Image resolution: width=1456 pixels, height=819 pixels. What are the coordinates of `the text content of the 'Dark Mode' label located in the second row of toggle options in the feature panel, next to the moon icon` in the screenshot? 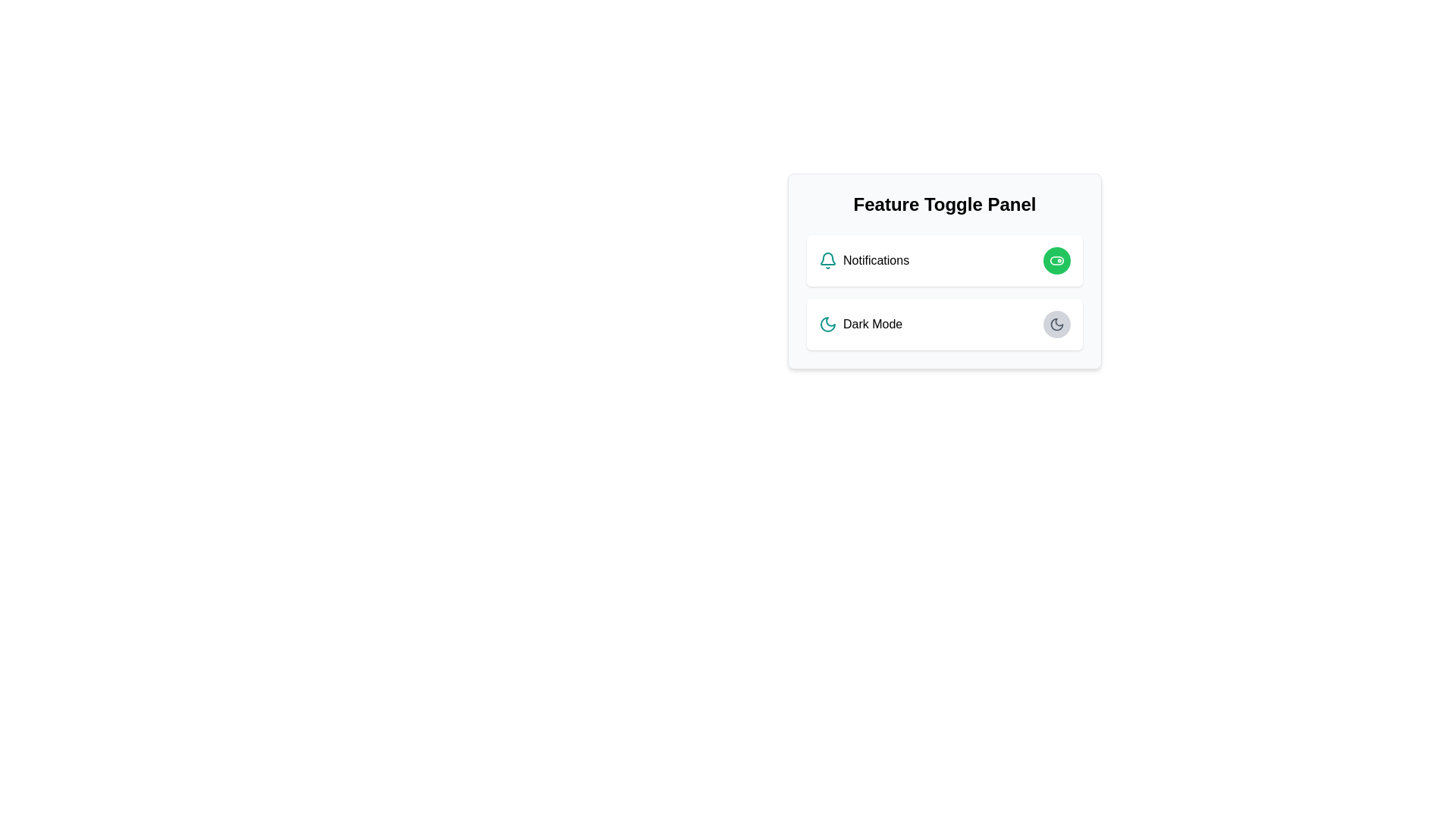 It's located at (873, 324).